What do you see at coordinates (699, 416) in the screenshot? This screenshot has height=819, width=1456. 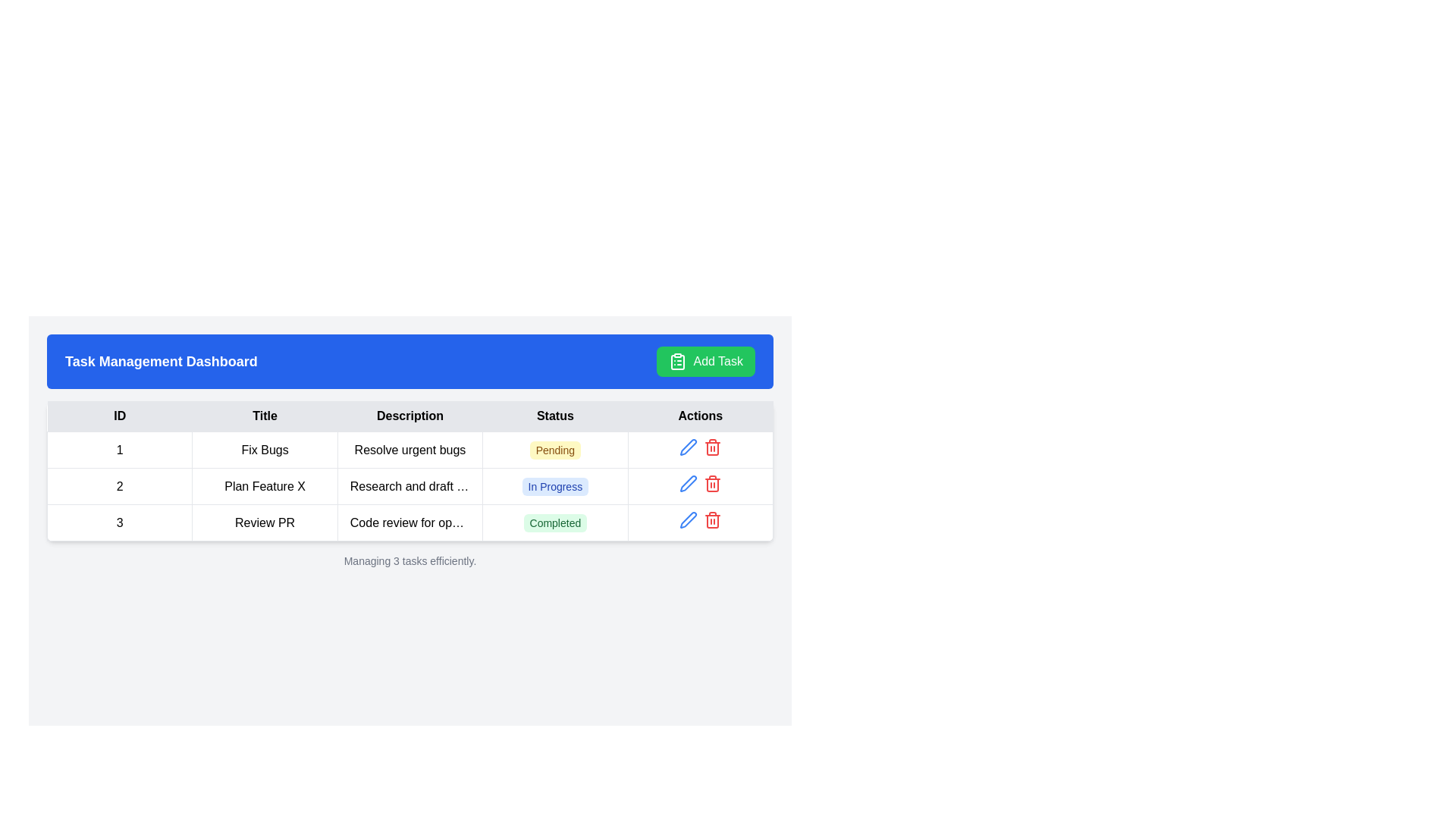 I see `the 'Actions' text label which serves as a column header for action items like editing or deleting entries in the table` at bounding box center [699, 416].